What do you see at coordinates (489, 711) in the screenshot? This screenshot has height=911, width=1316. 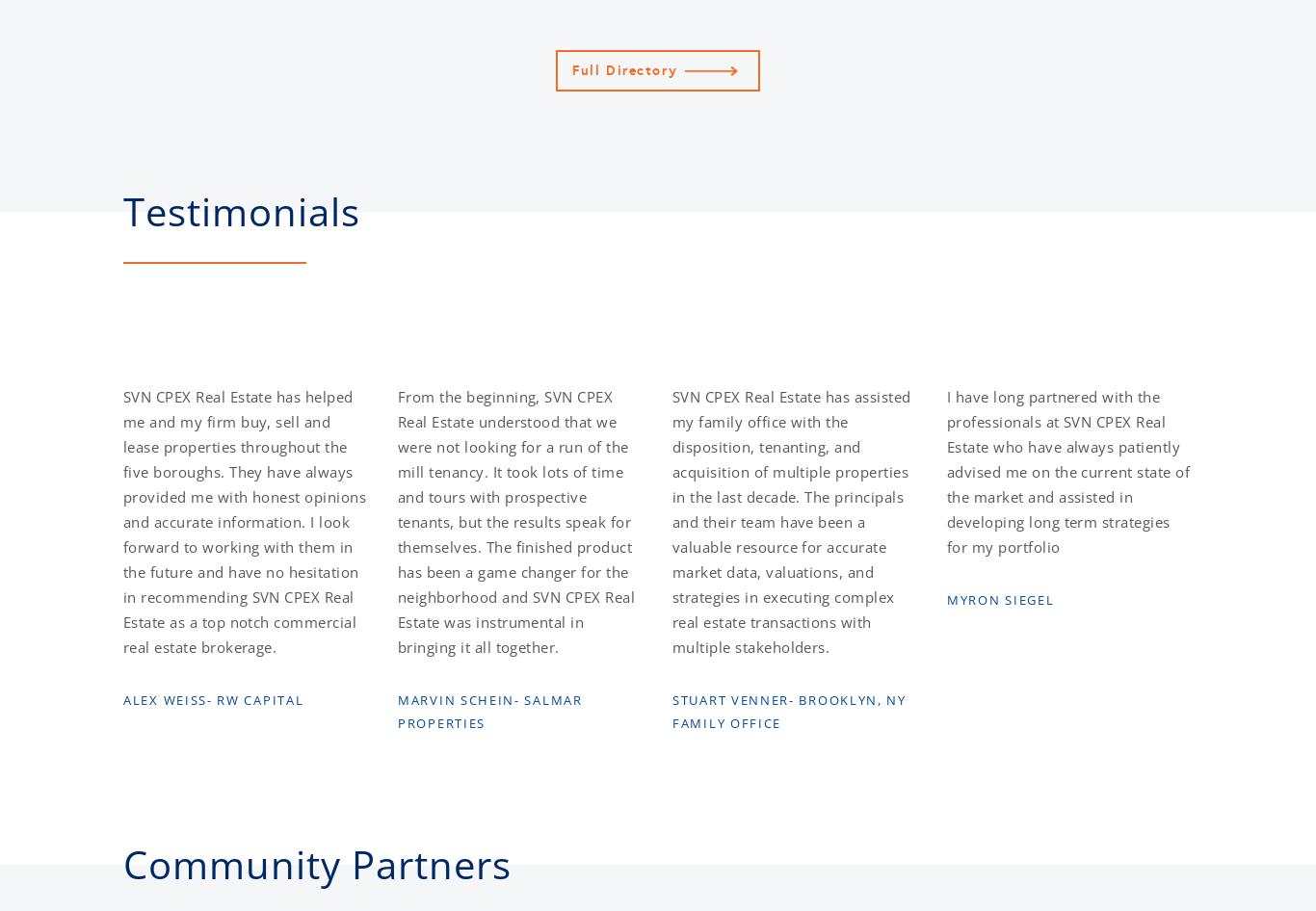 I see `'Marvin Schein- Salmar Properties'` at bounding box center [489, 711].